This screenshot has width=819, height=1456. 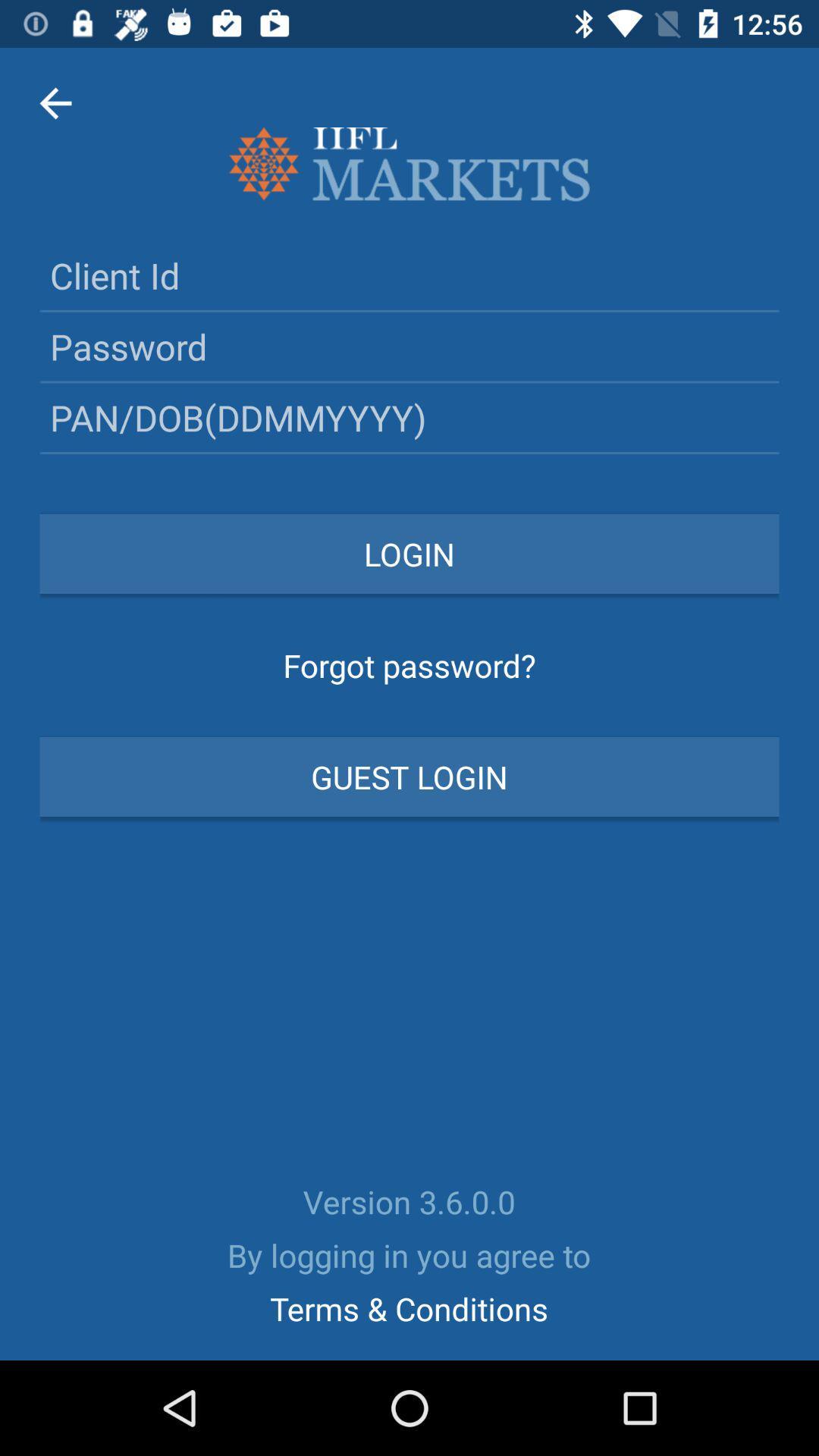 What do you see at coordinates (409, 553) in the screenshot?
I see `login` at bounding box center [409, 553].